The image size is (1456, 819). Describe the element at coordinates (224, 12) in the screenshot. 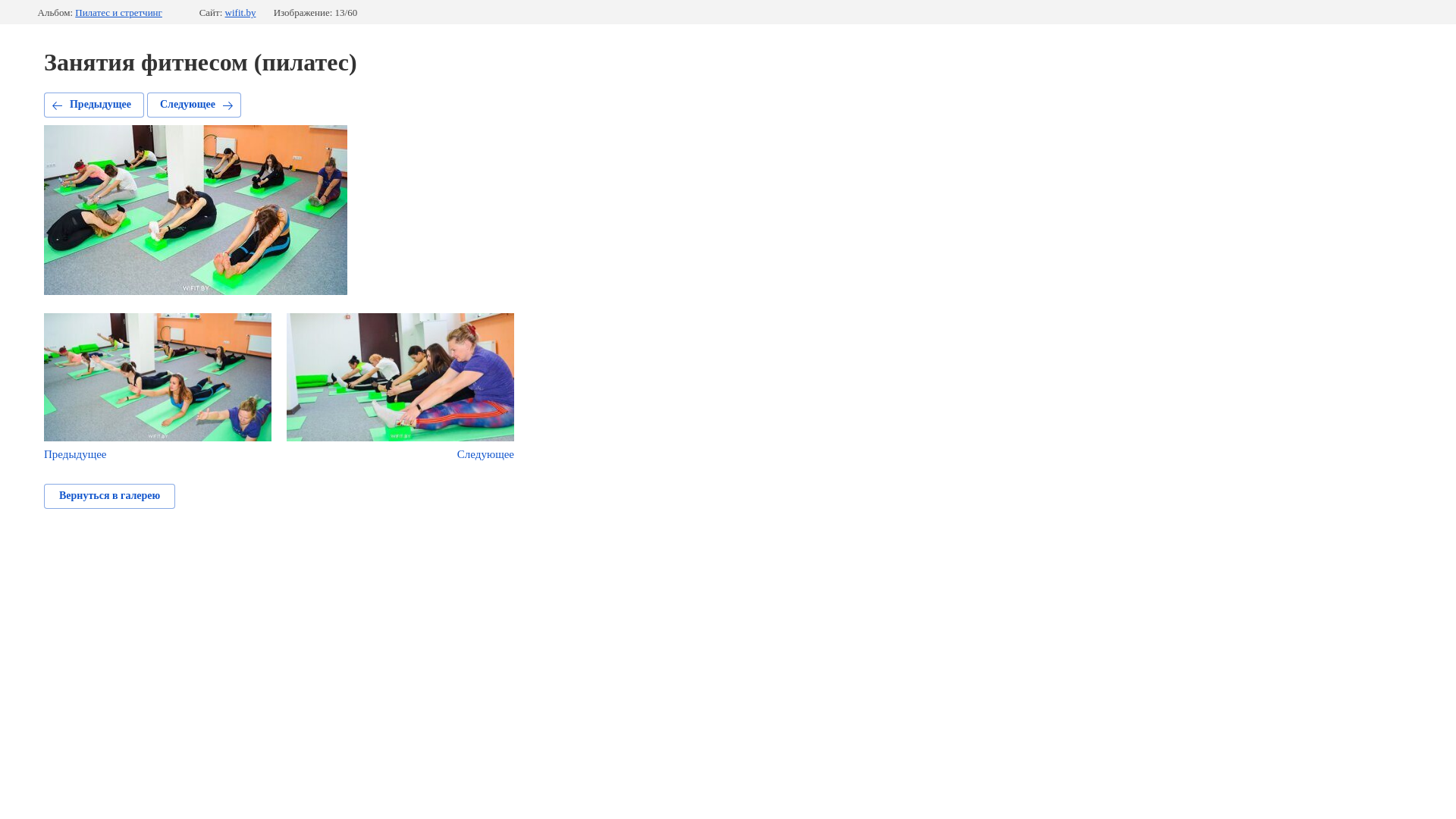

I see `'wifit.by'` at that location.